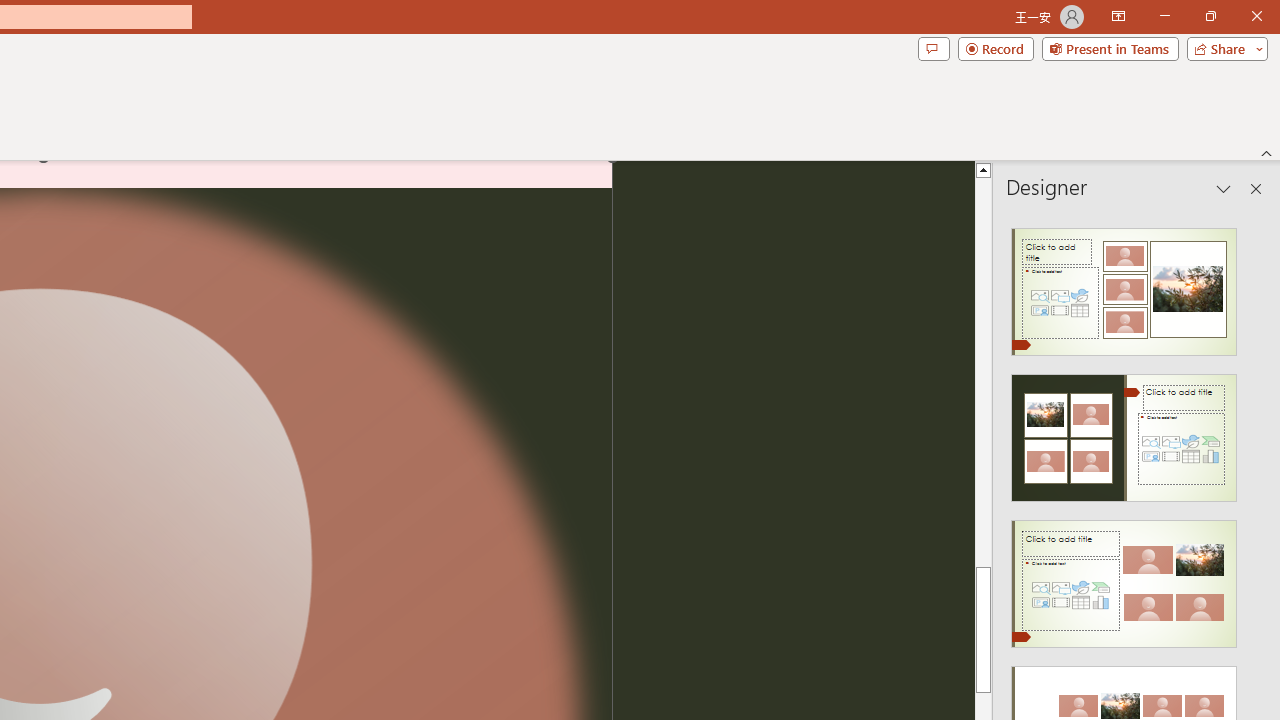 The width and height of the screenshot is (1280, 720). Describe the element at coordinates (1124, 577) in the screenshot. I see `'Design Idea'` at that location.